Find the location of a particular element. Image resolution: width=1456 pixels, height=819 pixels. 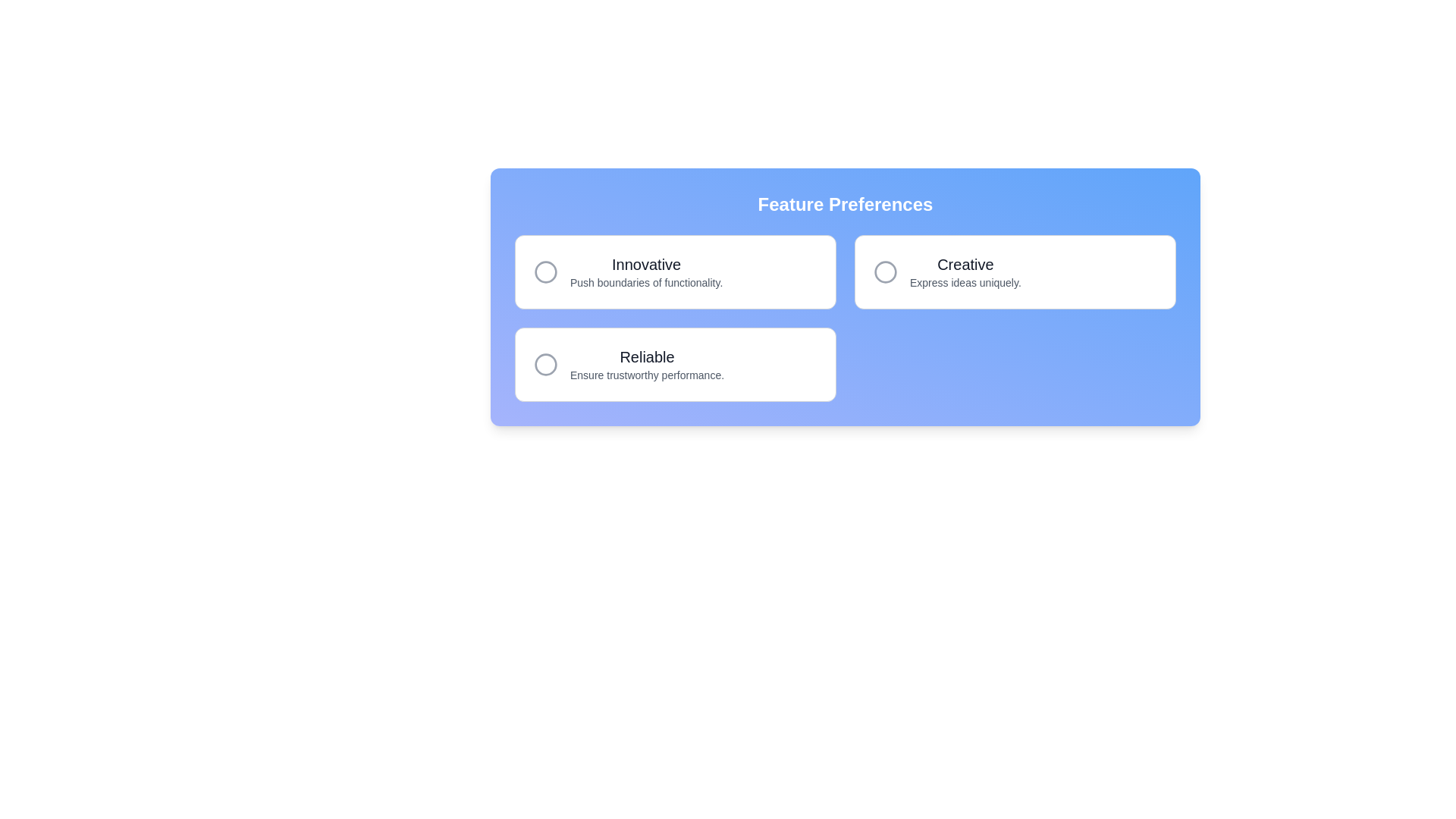

the circular SVG icon located to the left of the 'Creative' option in the upper-right card of the feature selection layout is located at coordinates (885, 271).